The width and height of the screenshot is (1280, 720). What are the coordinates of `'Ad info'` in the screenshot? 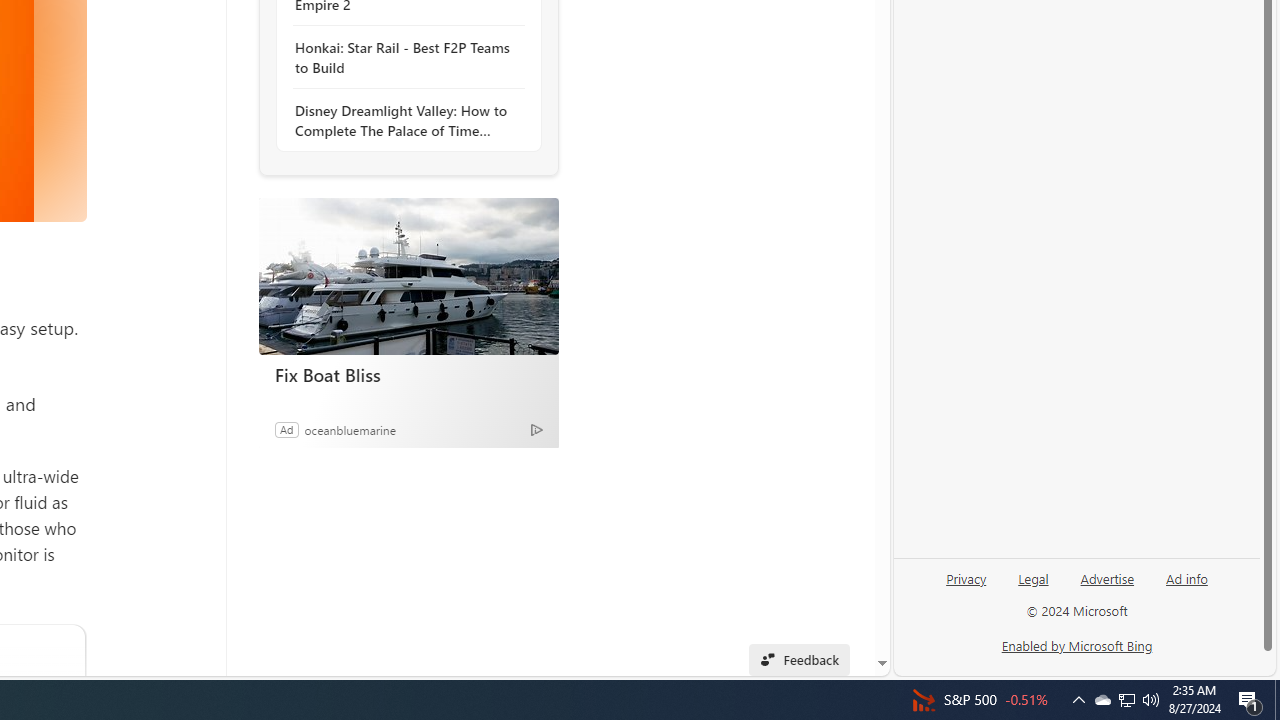 It's located at (1187, 577).